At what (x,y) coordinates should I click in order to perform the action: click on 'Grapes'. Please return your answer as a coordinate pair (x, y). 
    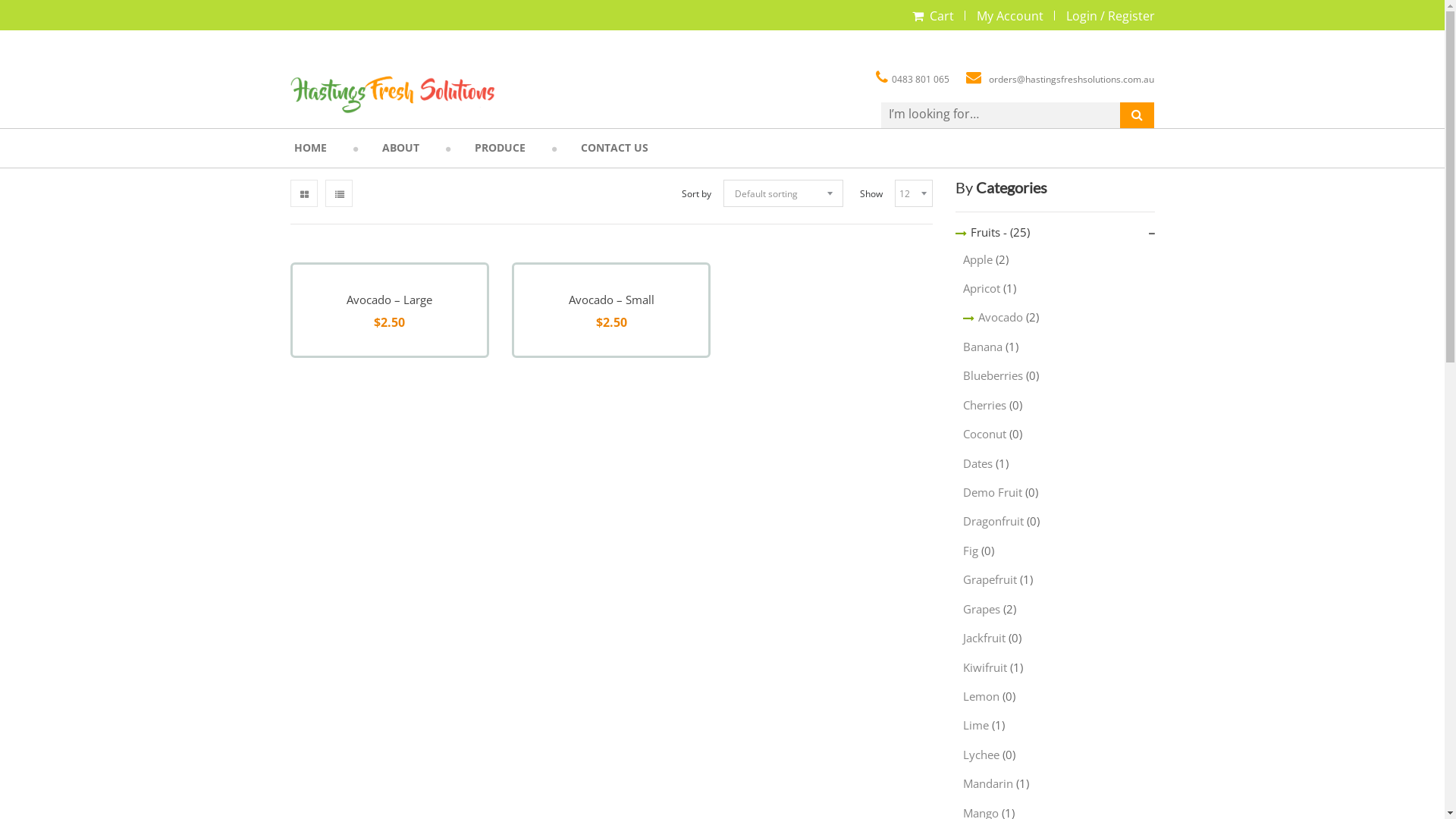
    Looking at the image, I should click on (981, 607).